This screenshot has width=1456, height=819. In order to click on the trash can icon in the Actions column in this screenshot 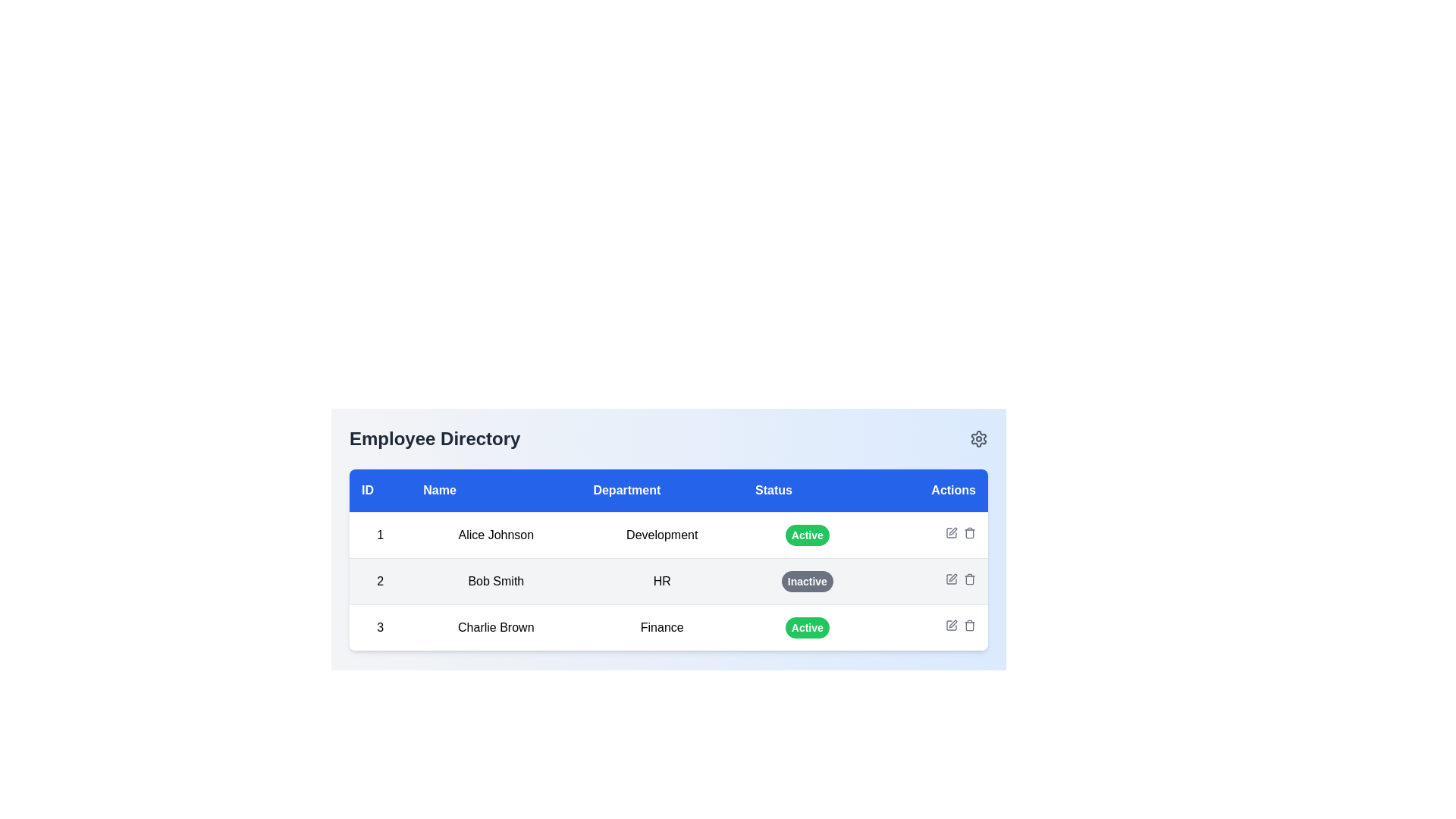, I will do `click(968, 626)`.